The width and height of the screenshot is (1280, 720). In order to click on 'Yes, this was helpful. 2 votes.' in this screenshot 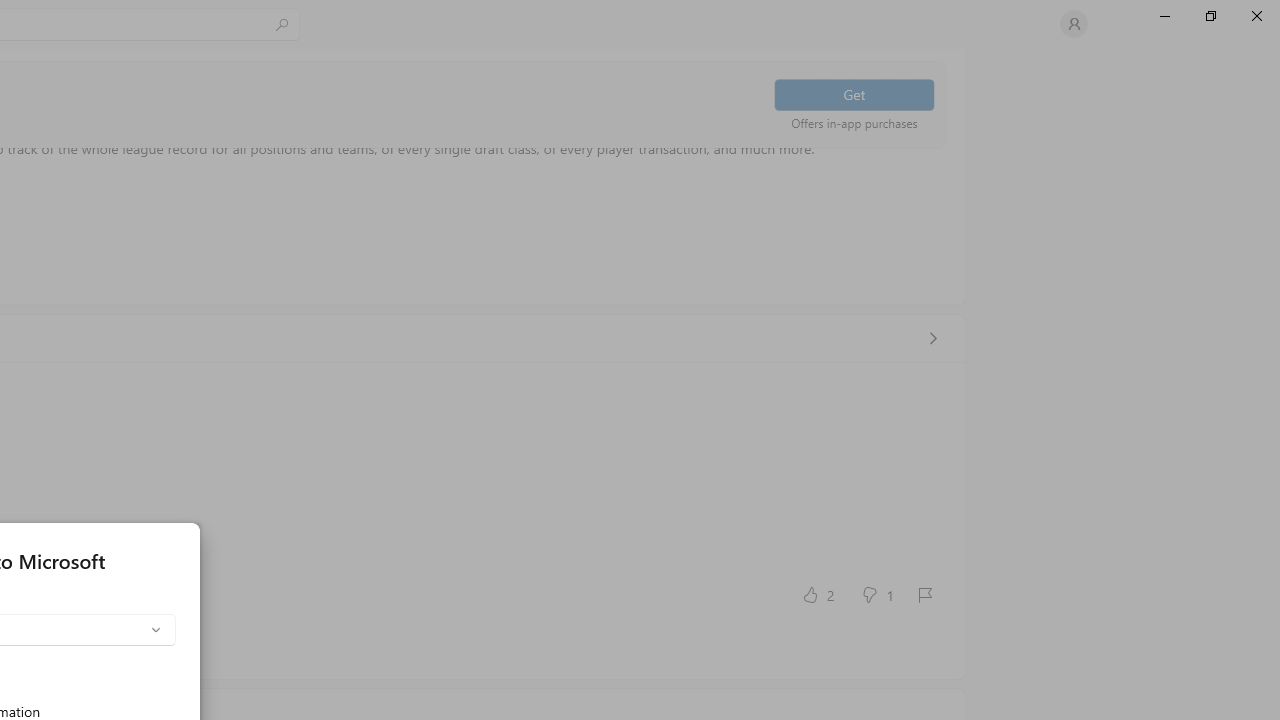, I will do `click(817, 593)`.